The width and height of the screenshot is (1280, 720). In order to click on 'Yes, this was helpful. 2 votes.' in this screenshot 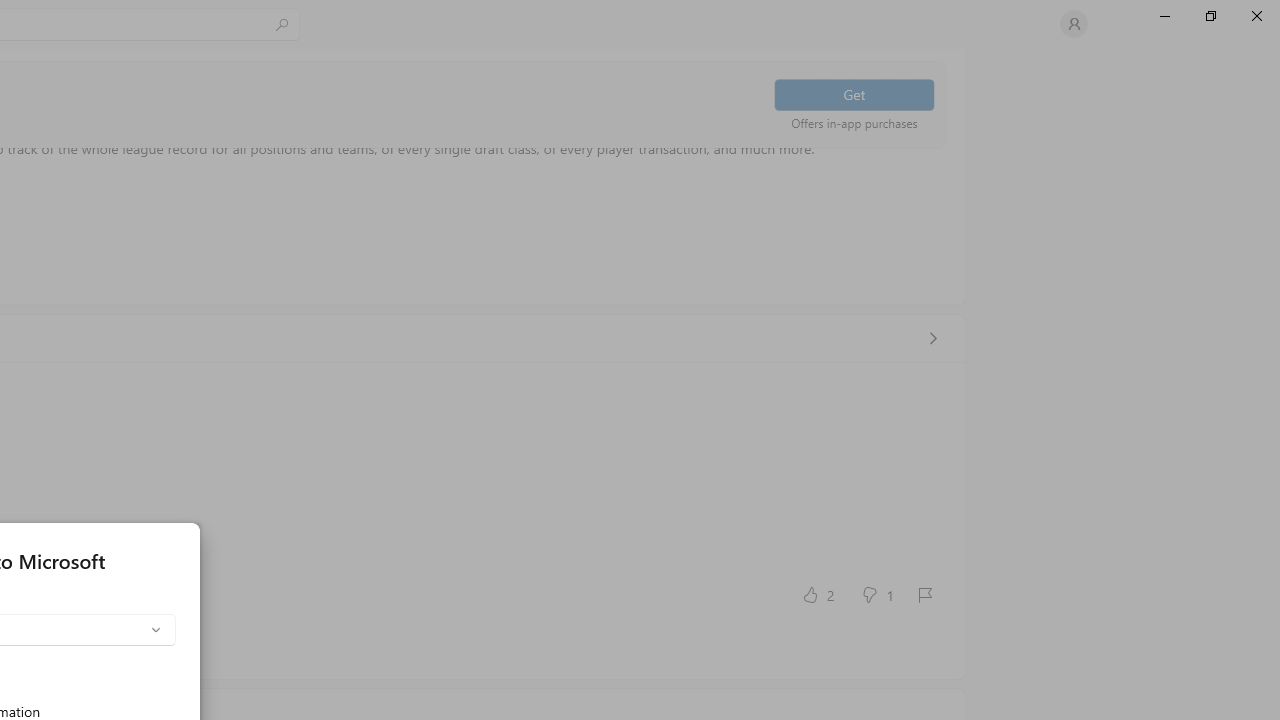, I will do `click(817, 593)`.